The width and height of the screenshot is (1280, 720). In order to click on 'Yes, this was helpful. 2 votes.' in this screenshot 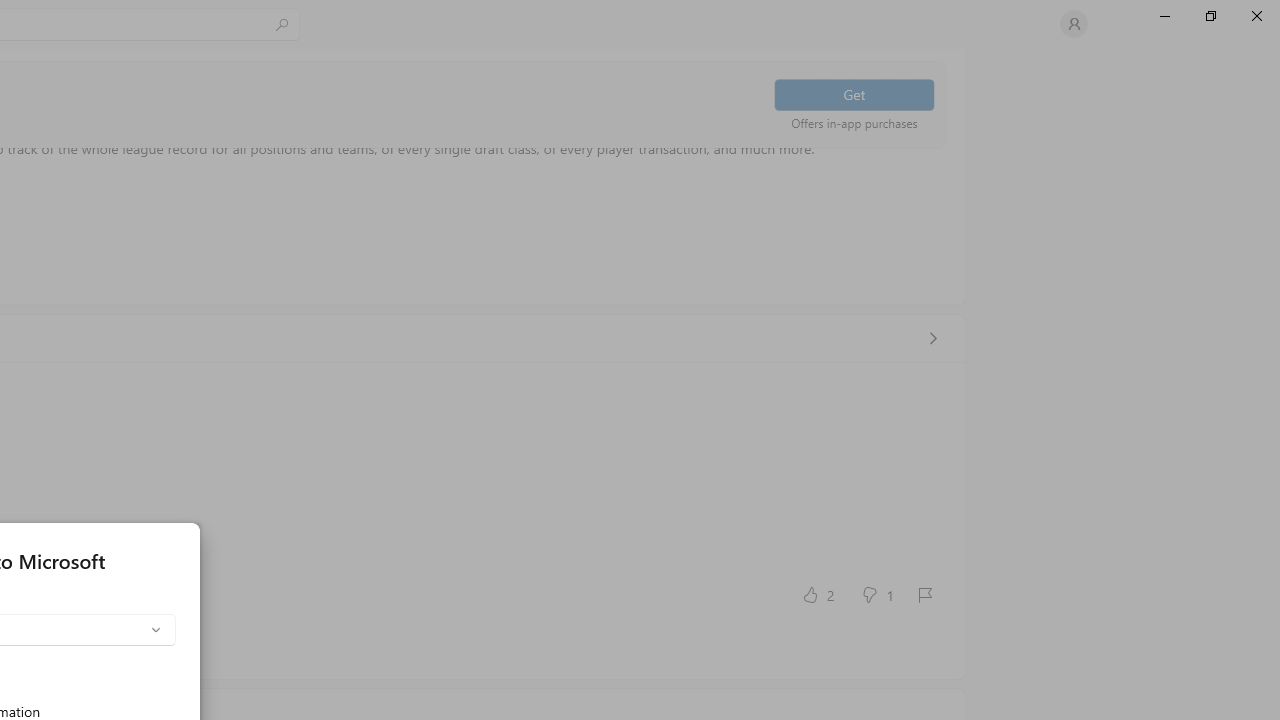, I will do `click(817, 593)`.